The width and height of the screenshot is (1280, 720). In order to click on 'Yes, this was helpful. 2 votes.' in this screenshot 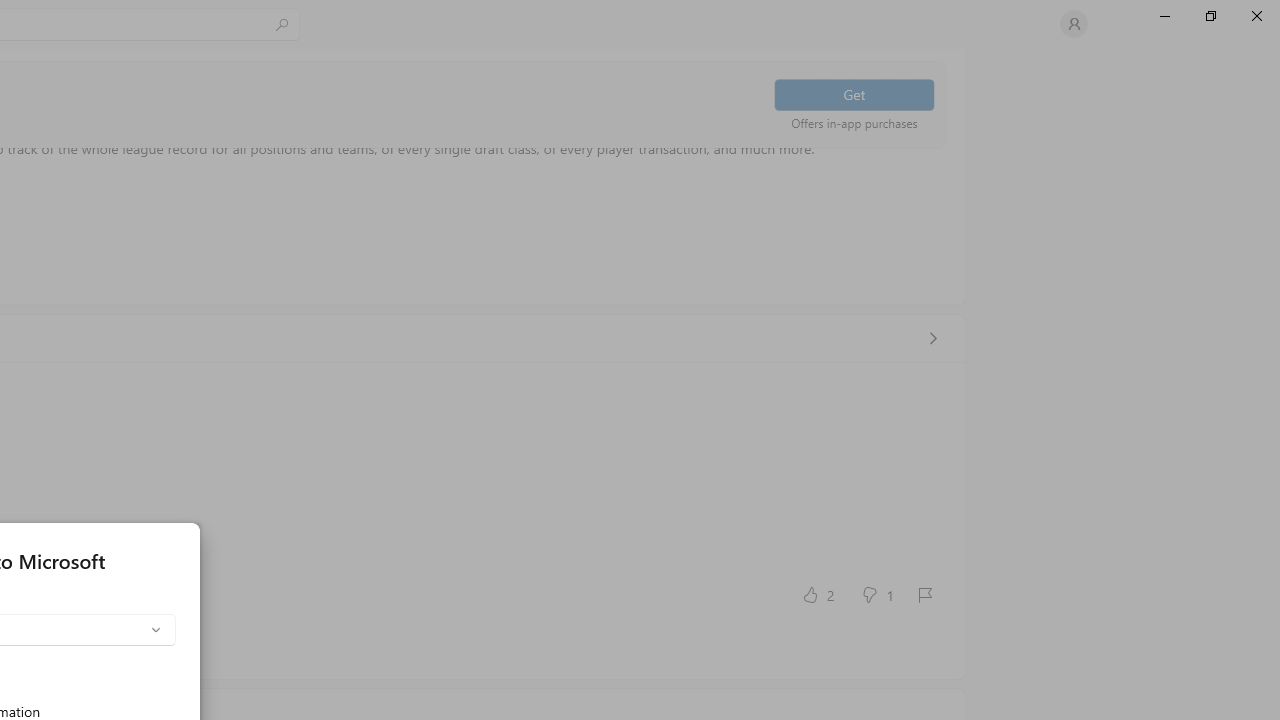, I will do `click(817, 593)`.